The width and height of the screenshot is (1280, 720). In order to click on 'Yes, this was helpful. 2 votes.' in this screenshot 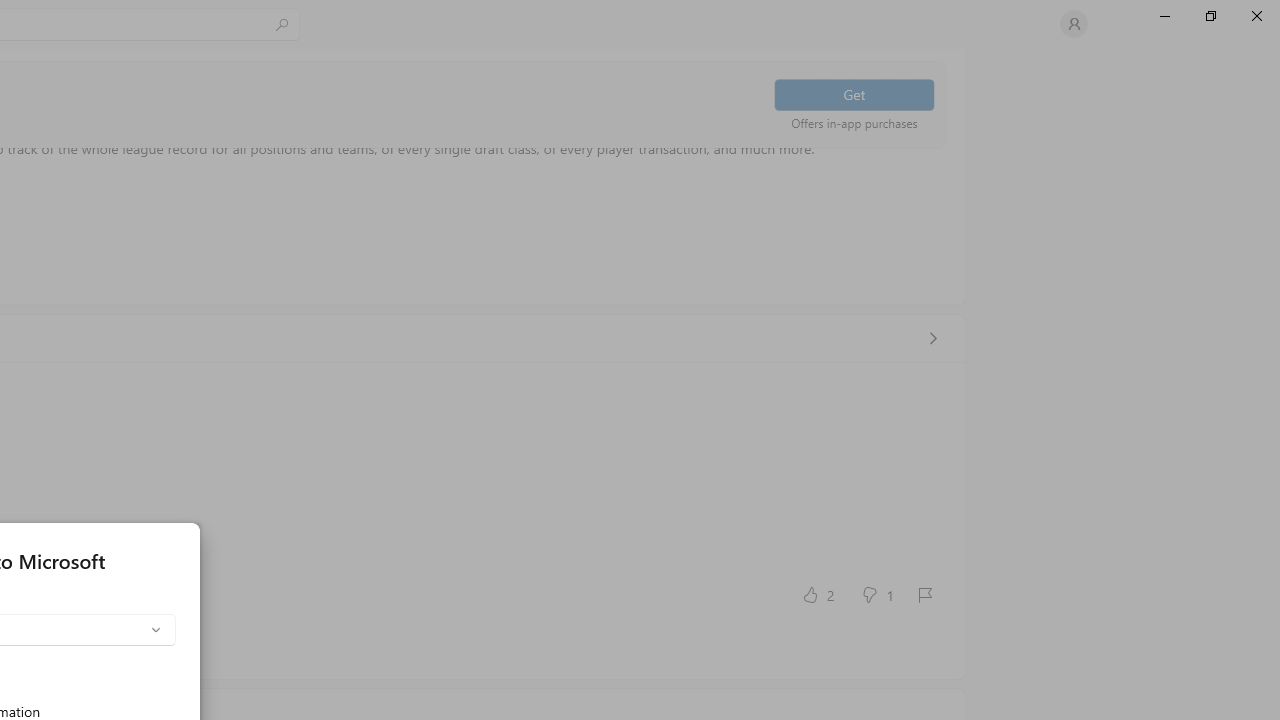, I will do `click(817, 593)`.